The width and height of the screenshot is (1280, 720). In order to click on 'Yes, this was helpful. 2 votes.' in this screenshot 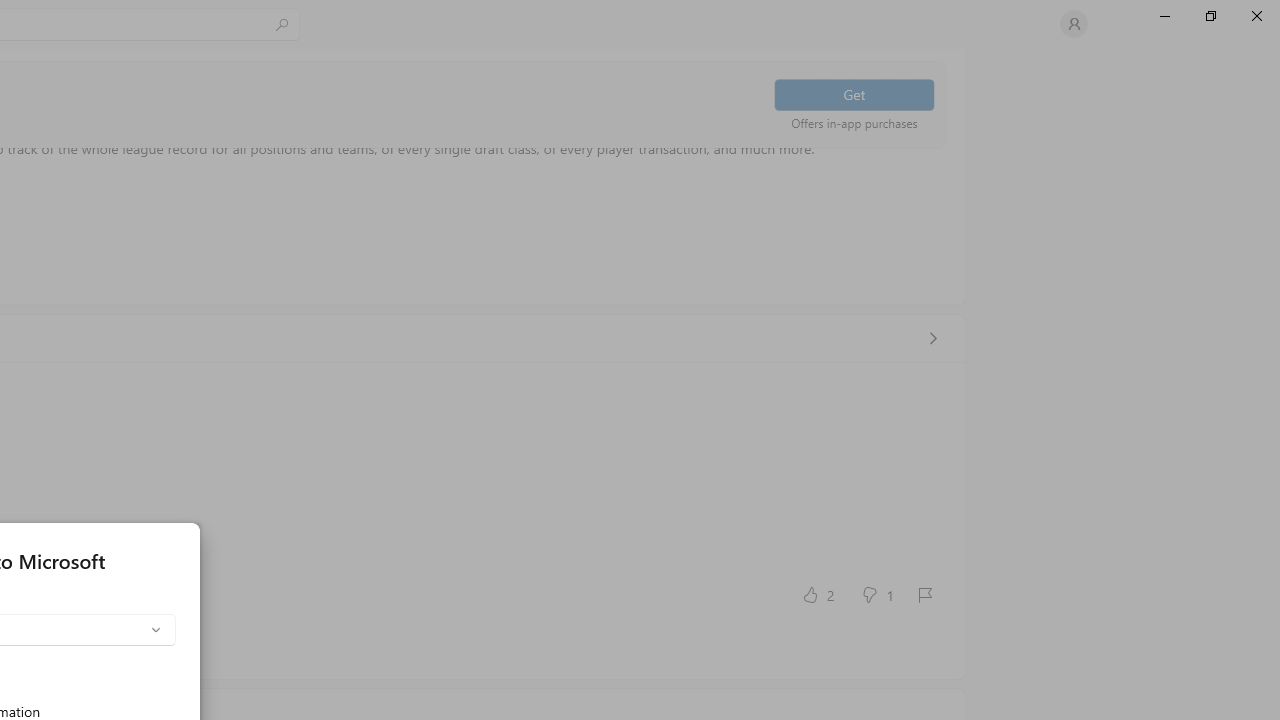, I will do `click(817, 593)`.